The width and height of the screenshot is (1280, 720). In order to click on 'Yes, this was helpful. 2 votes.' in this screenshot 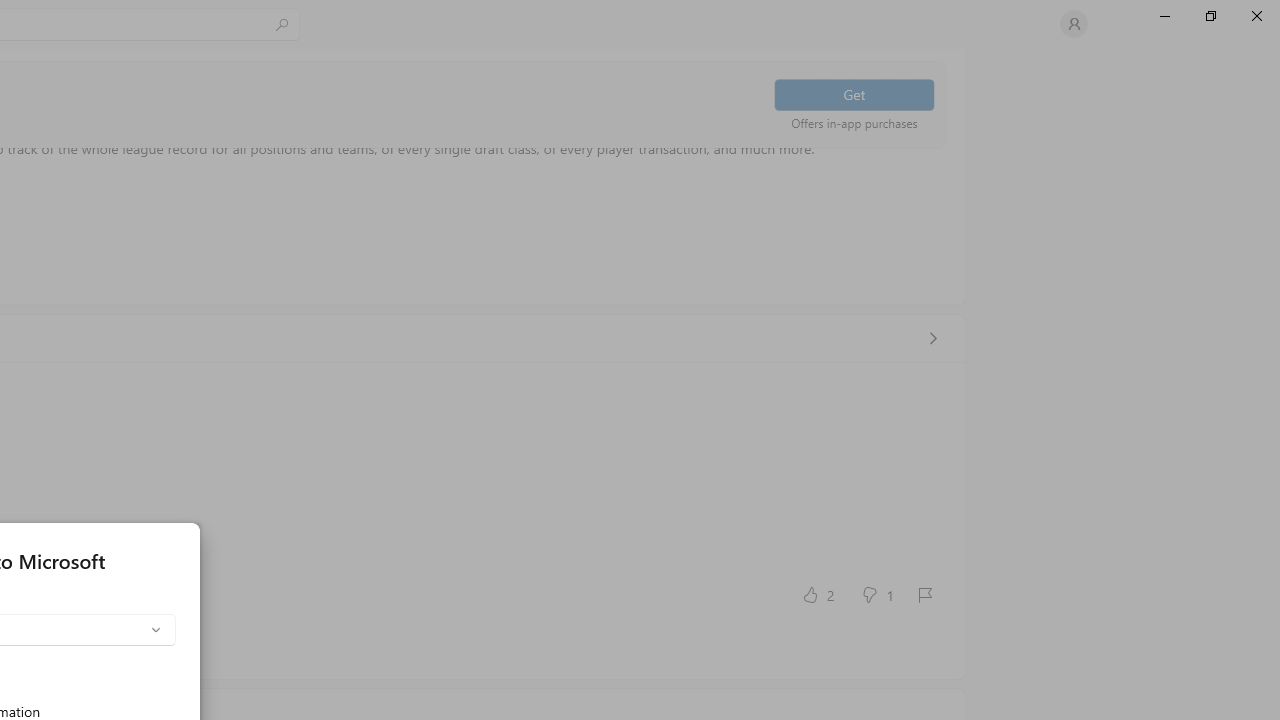, I will do `click(817, 593)`.